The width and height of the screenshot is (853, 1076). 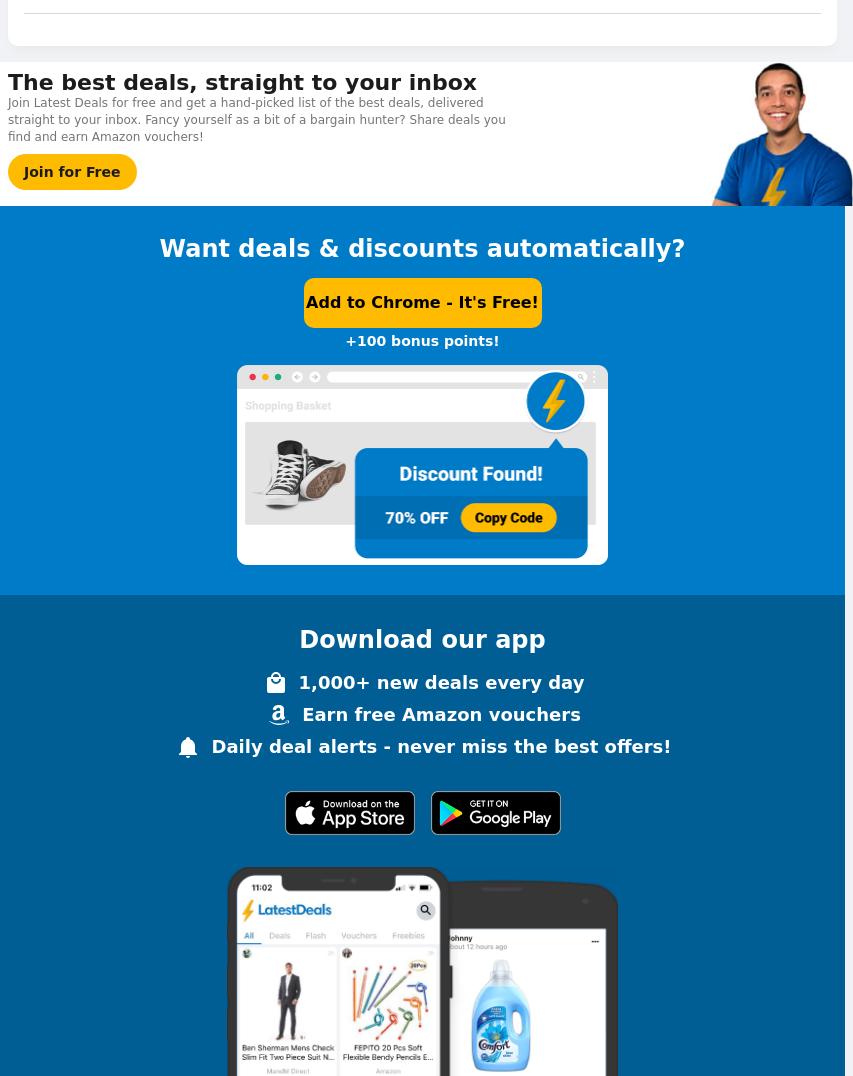 I want to click on 'Join for Free', so click(x=70, y=170).